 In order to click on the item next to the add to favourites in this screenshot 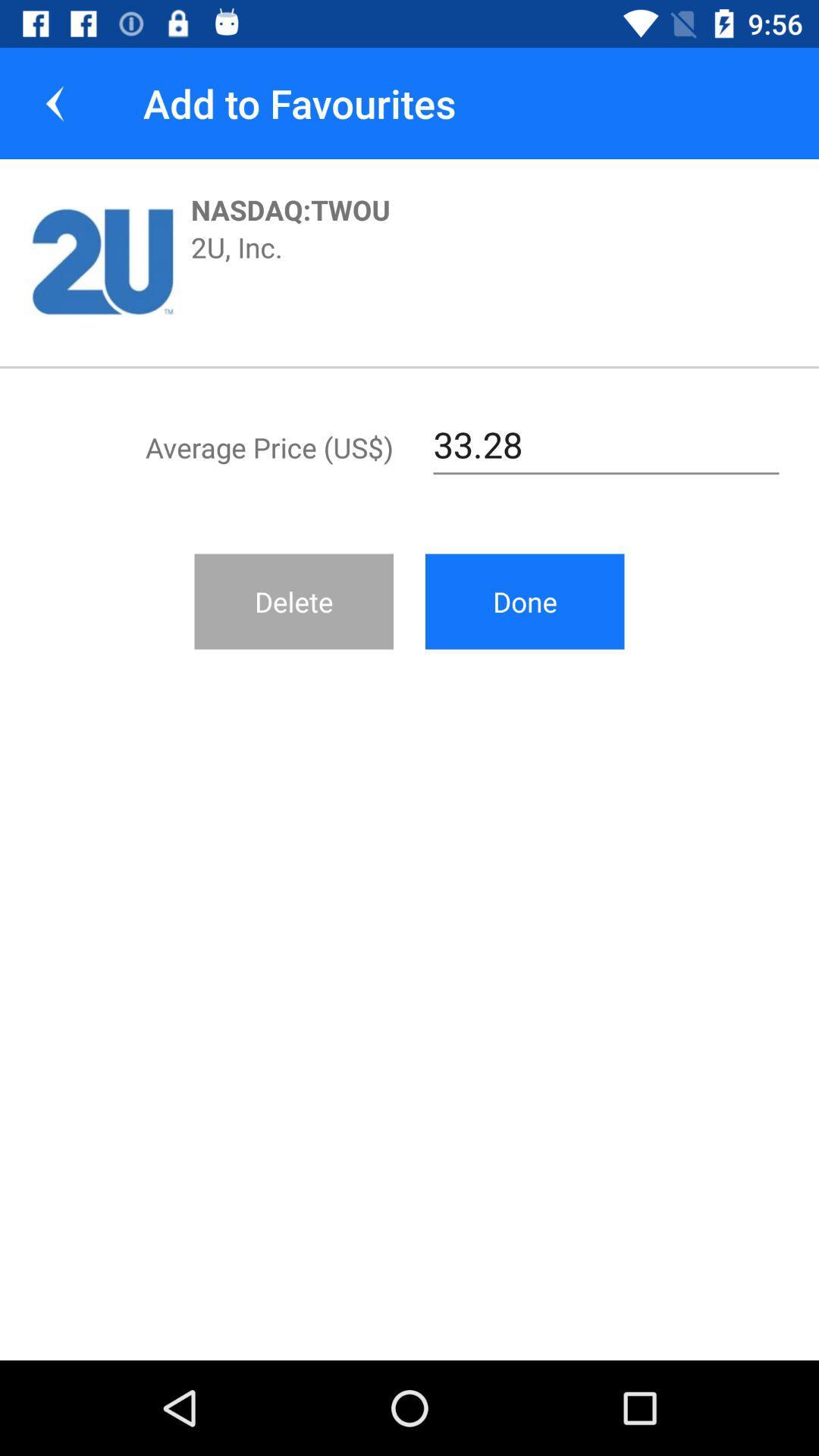, I will do `click(55, 102)`.